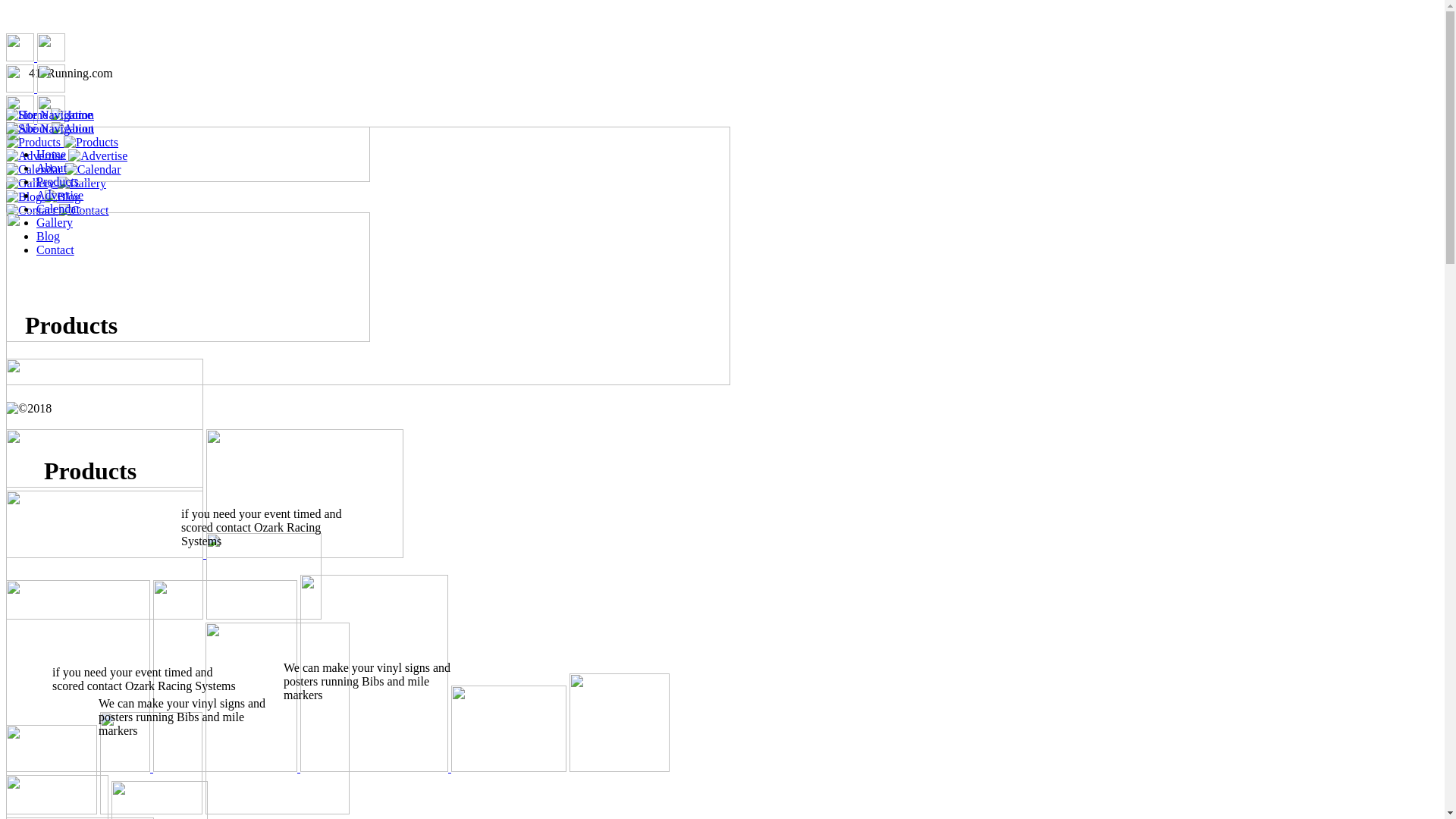  What do you see at coordinates (36, 168) in the screenshot?
I see `'About'` at bounding box center [36, 168].